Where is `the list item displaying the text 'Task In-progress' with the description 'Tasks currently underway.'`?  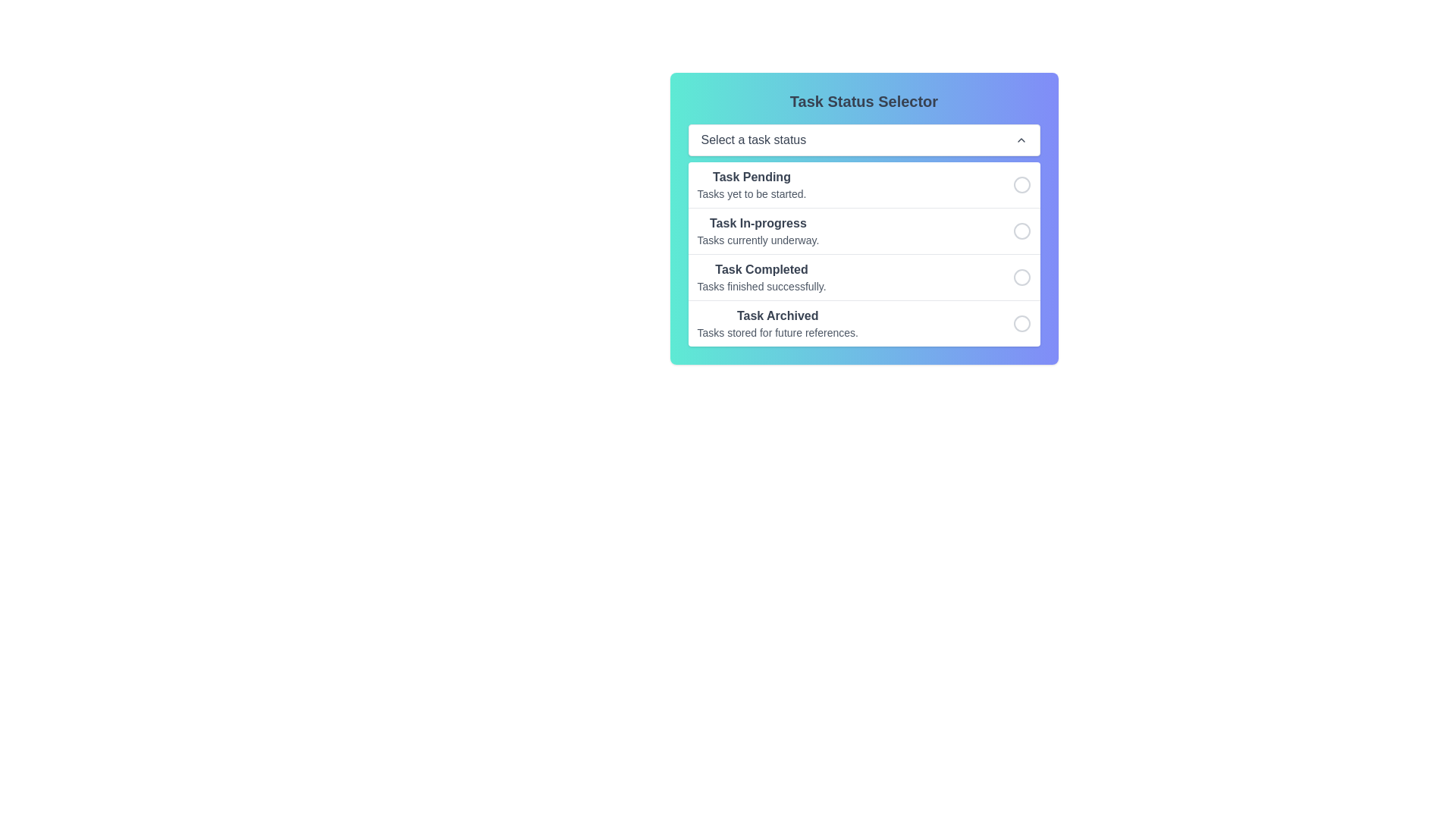
the list item displaying the text 'Task In-progress' with the description 'Tasks currently underway.' is located at coordinates (758, 231).